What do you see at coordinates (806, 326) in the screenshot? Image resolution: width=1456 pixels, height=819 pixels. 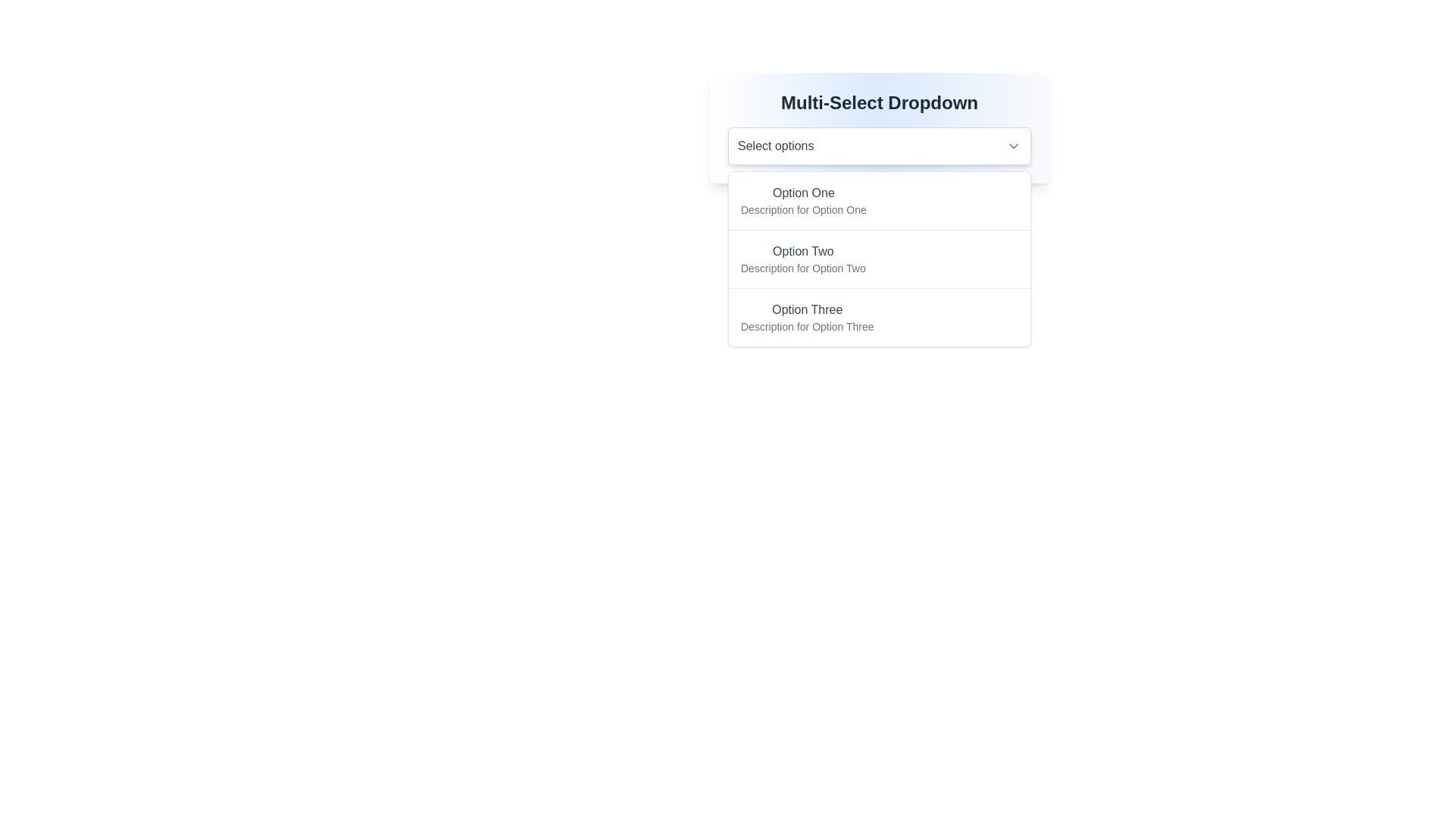 I see `the text label that provides additional context for 'Option Three' in the dropdown menu, positioned below 'Option Three'` at bounding box center [806, 326].